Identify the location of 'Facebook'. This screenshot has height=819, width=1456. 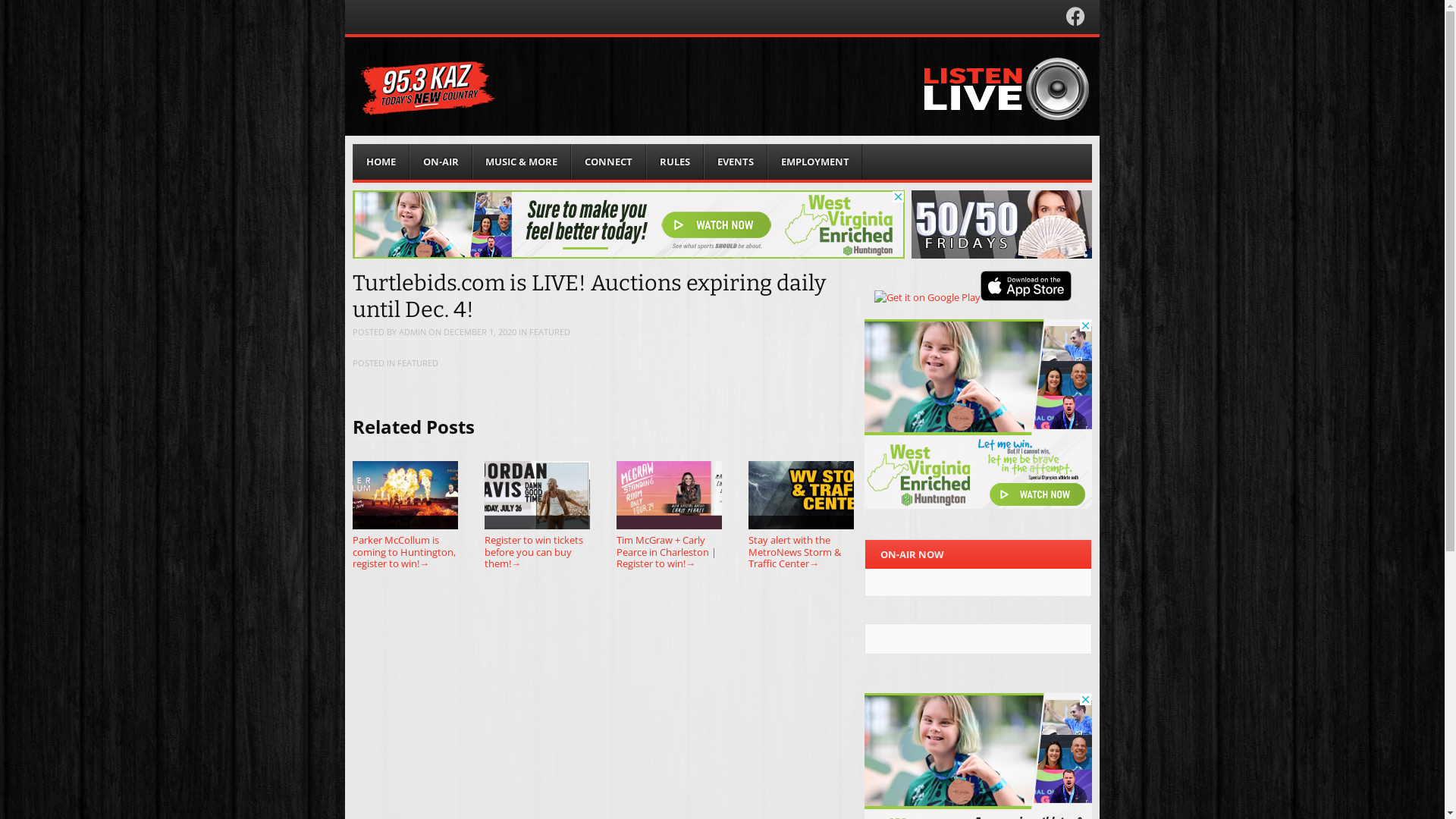
(1065, 20).